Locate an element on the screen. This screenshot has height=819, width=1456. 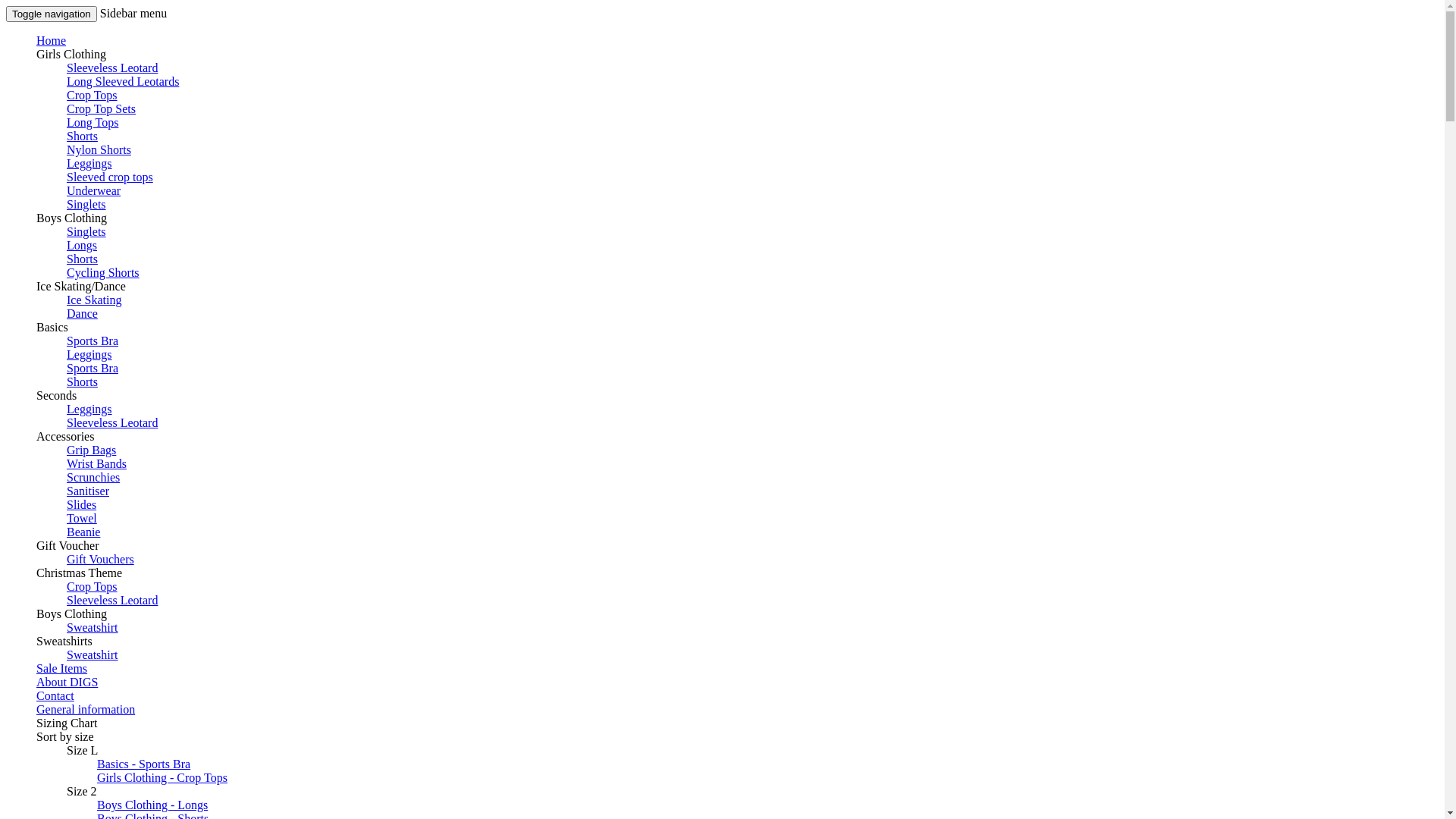
'Singlets' is located at coordinates (86, 231).